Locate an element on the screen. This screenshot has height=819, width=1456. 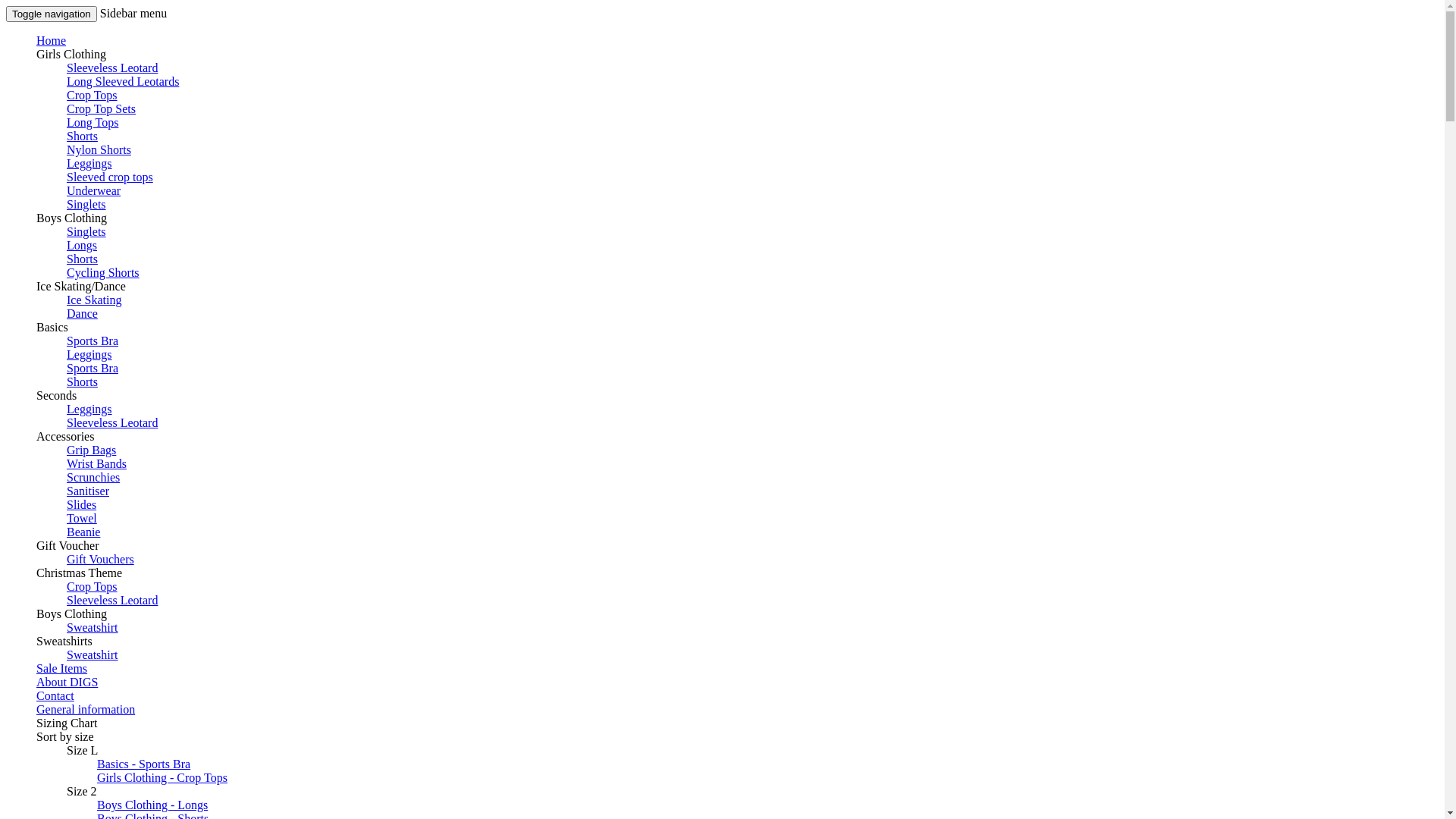
'Singlets' is located at coordinates (86, 231).